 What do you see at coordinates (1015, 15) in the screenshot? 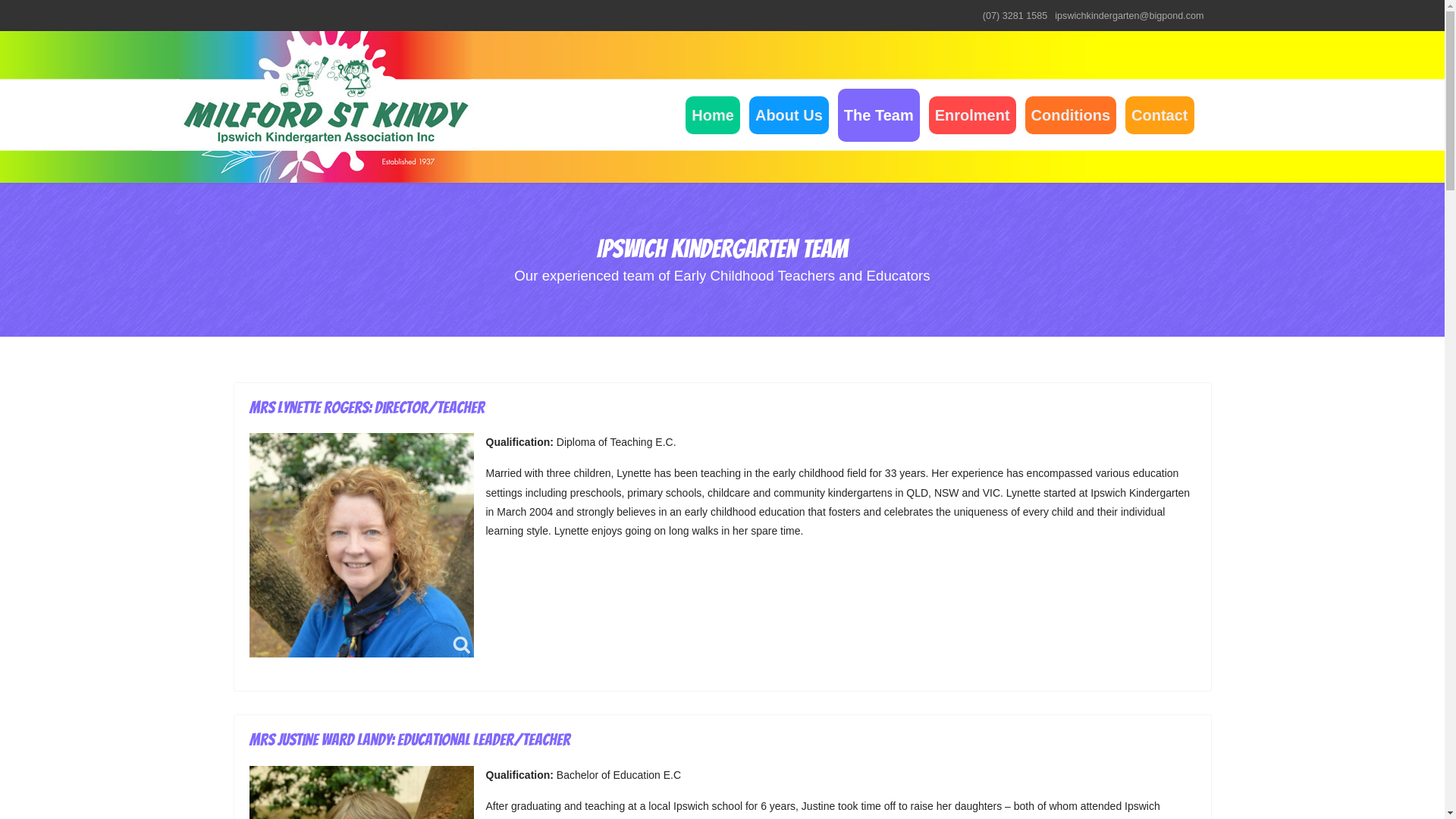
I see `'(07) 3281 1585'` at bounding box center [1015, 15].